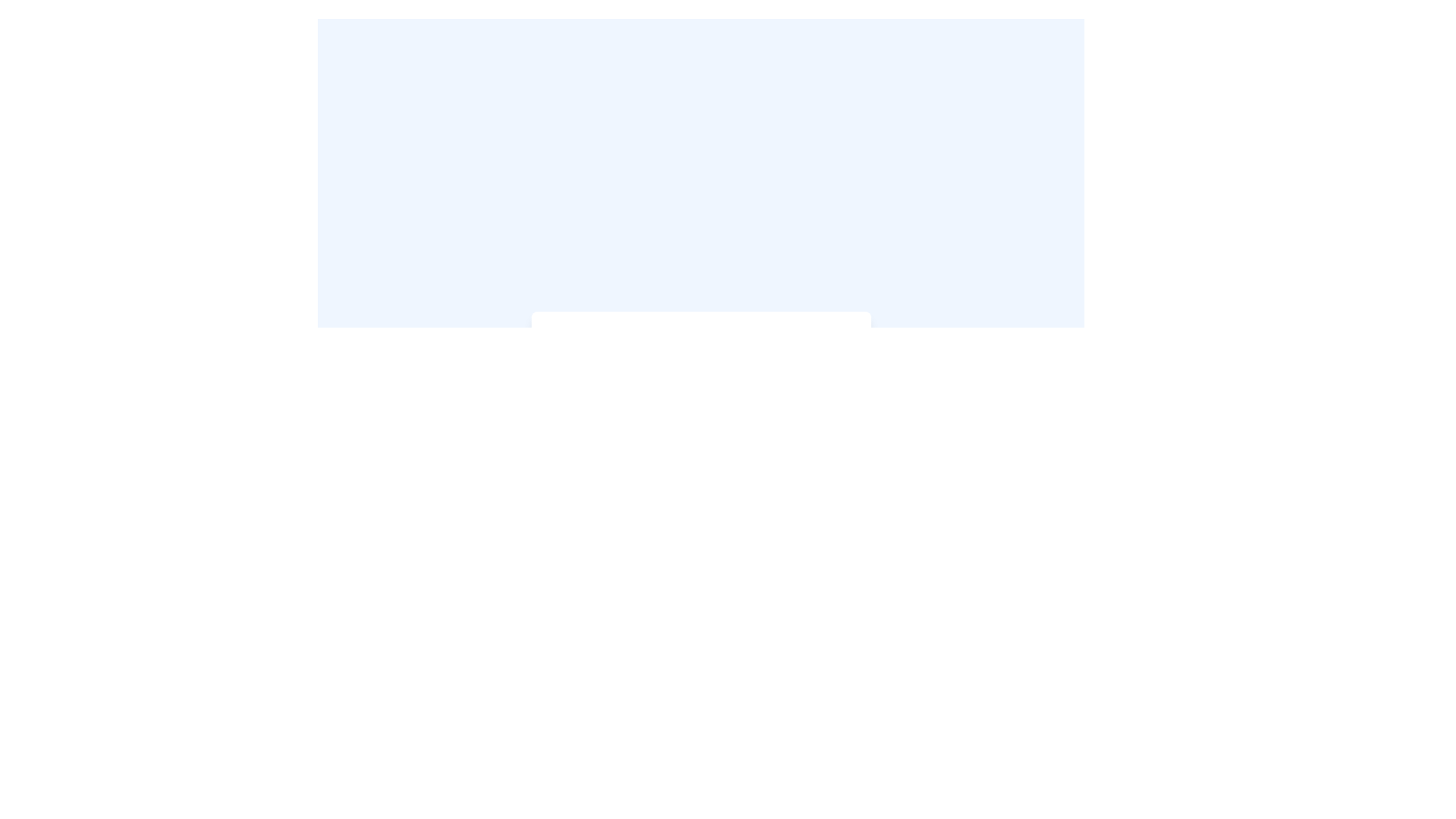 Image resolution: width=1456 pixels, height=819 pixels. I want to click on the close button located at the top-right corner of the white rectangular card, adjacent to the title 'Ordered List', so click(849, 332).